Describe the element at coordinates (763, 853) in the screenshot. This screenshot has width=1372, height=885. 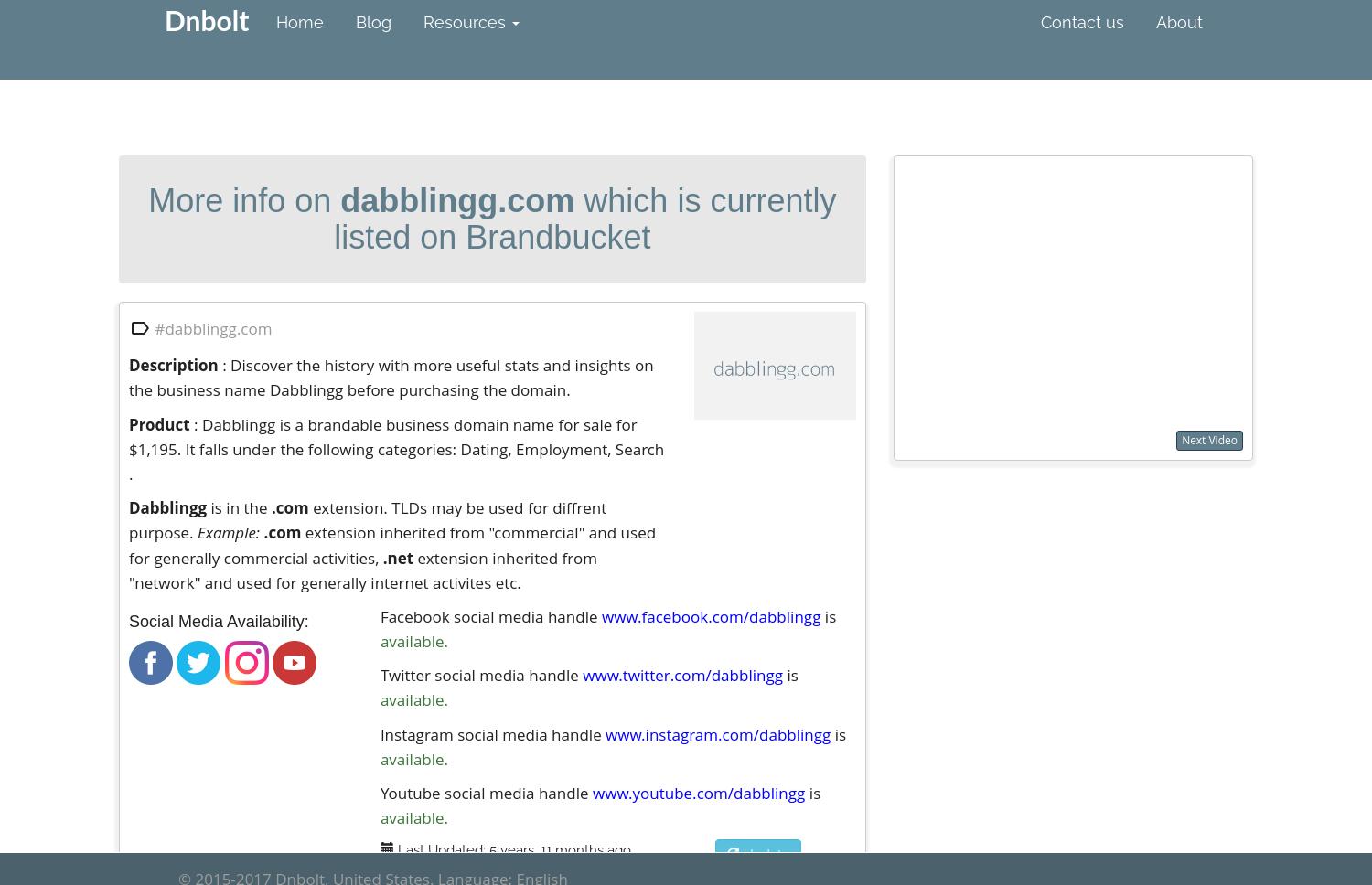
I see `'Update'` at that location.